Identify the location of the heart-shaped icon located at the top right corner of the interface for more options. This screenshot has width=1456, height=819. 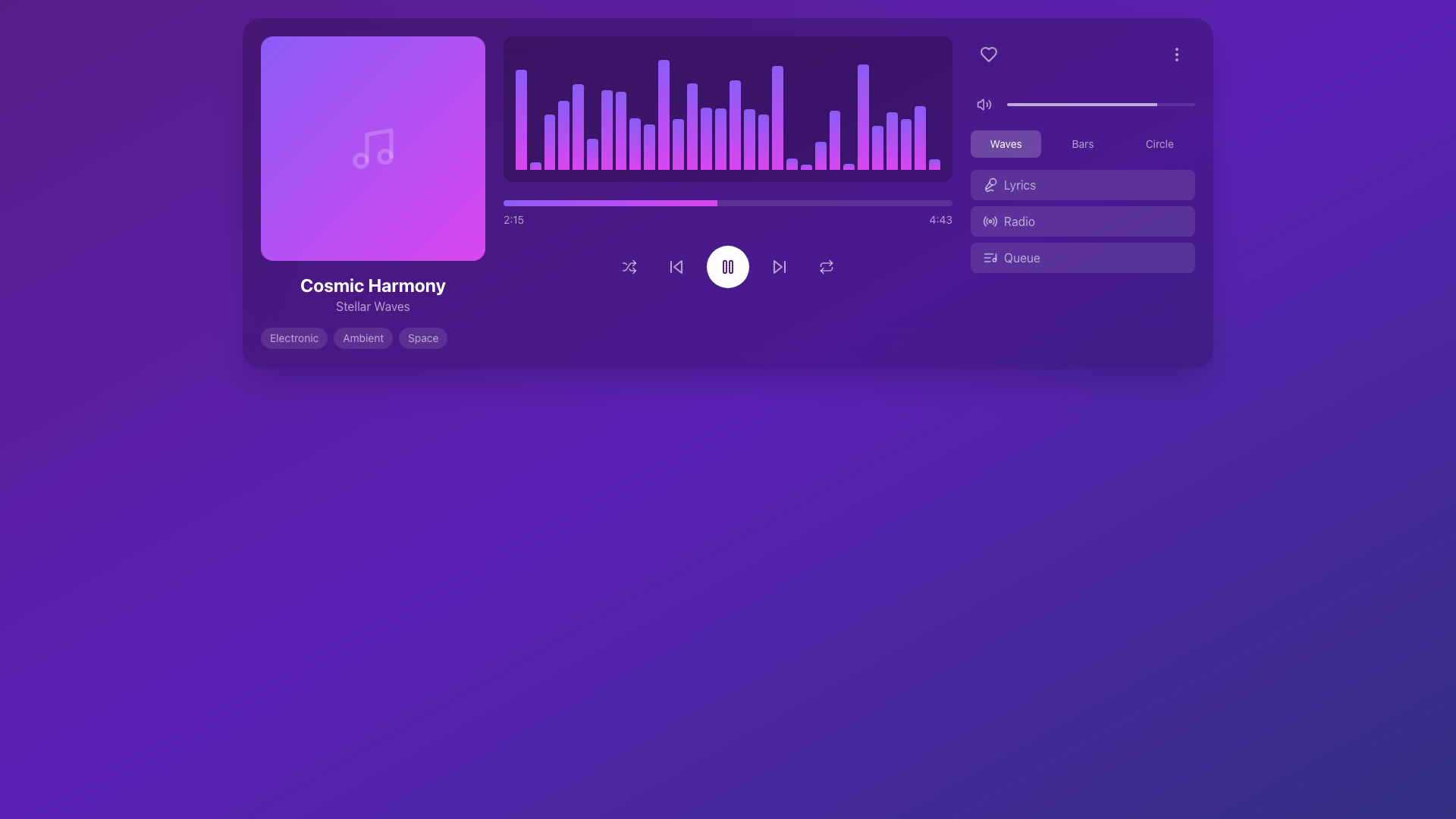
(989, 54).